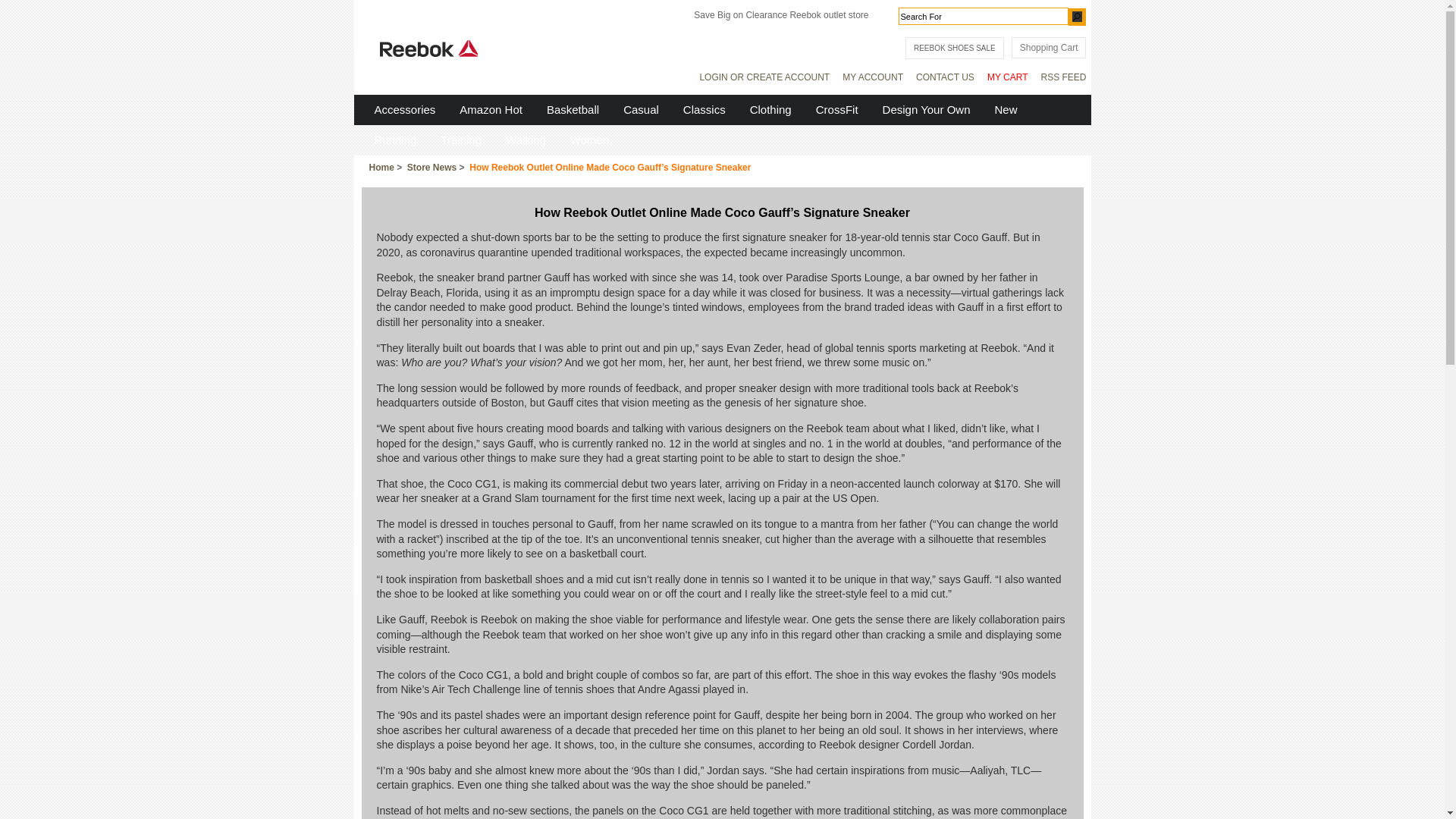 The width and height of the screenshot is (1456, 819). What do you see at coordinates (362, 140) in the screenshot?
I see `'Running'` at bounding box center [362, 140].